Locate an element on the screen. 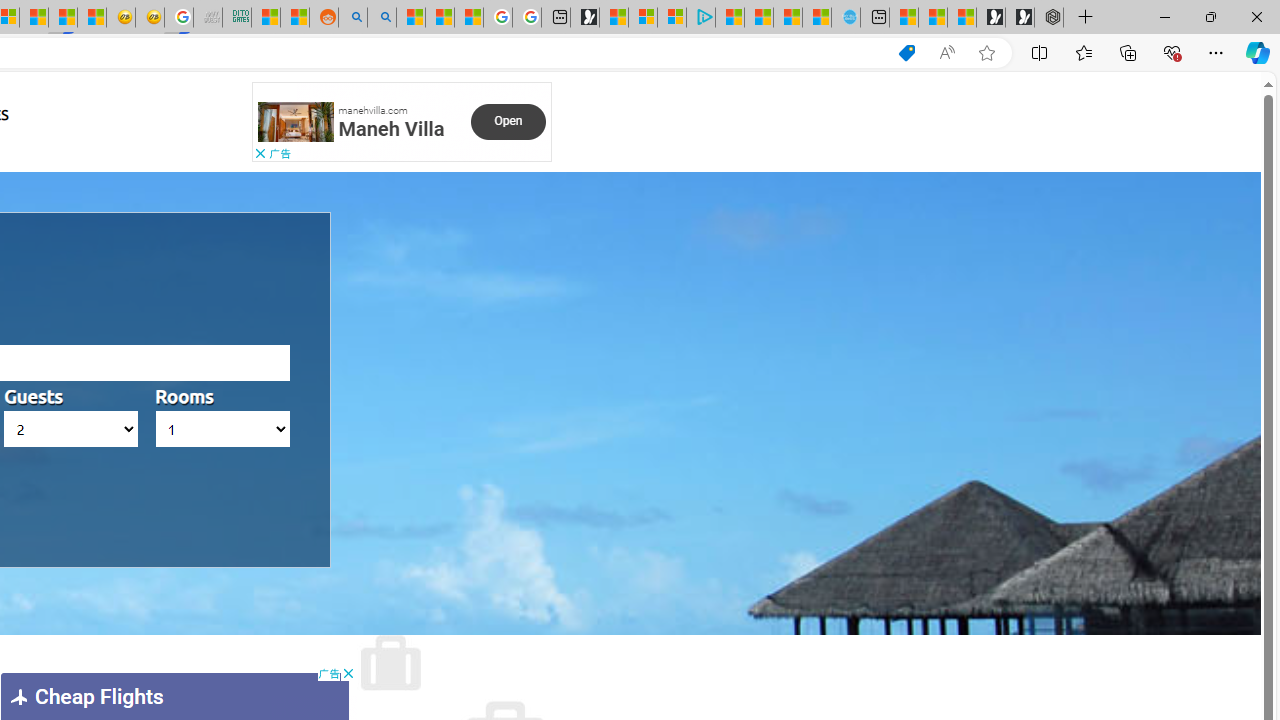 This screenshot has height=720, width=1280. 'Class: ns-pn6gp-e-2 svg-anchor text-button-final' is located at coordinates (508, 121).